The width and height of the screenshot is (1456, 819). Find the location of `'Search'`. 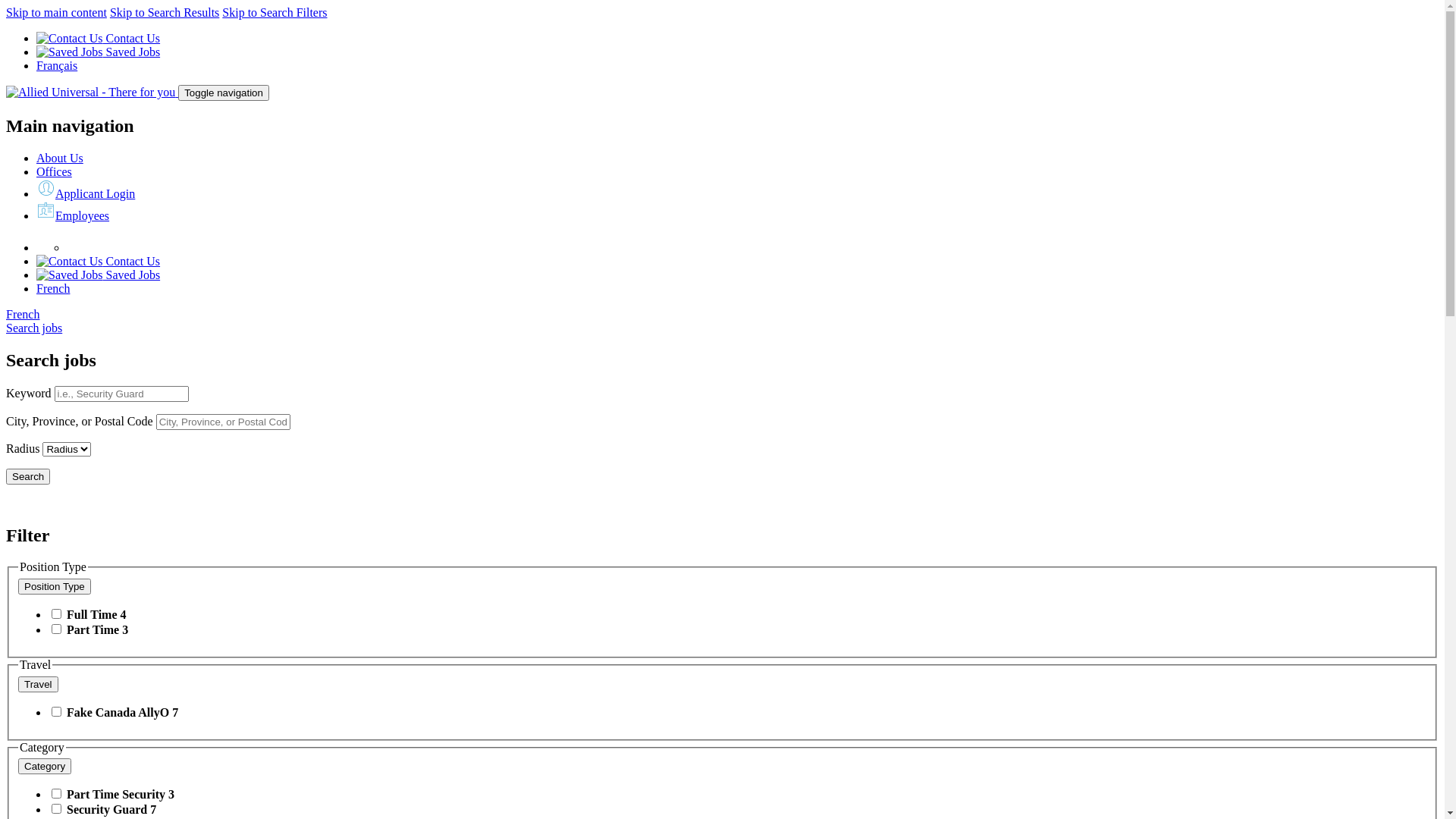

'Search' is located at coordinates (28, 475).